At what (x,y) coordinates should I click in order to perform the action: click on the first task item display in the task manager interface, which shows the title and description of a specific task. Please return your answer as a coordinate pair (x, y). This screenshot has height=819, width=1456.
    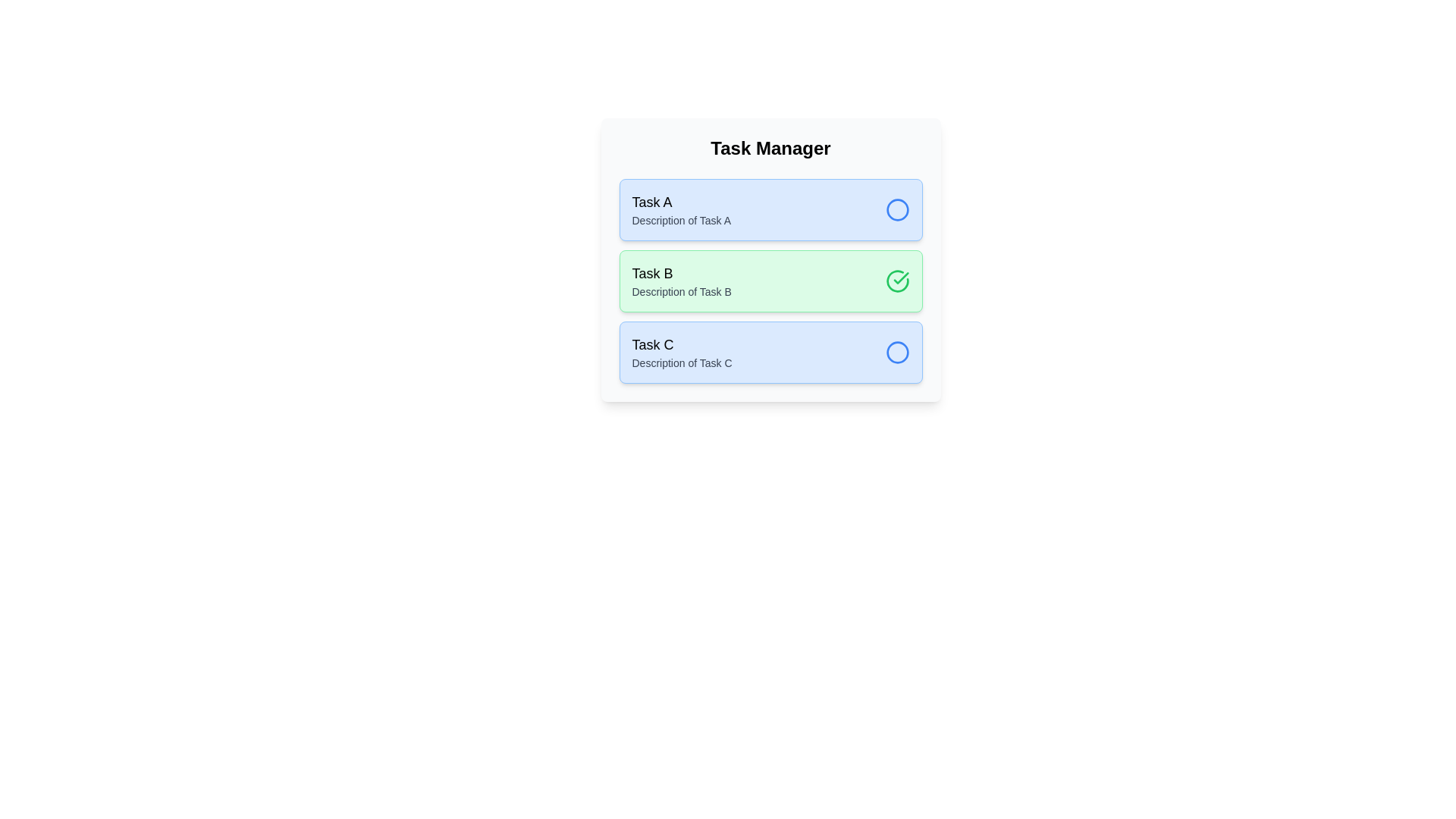
    Looking at the image, I should click on (680, 210).